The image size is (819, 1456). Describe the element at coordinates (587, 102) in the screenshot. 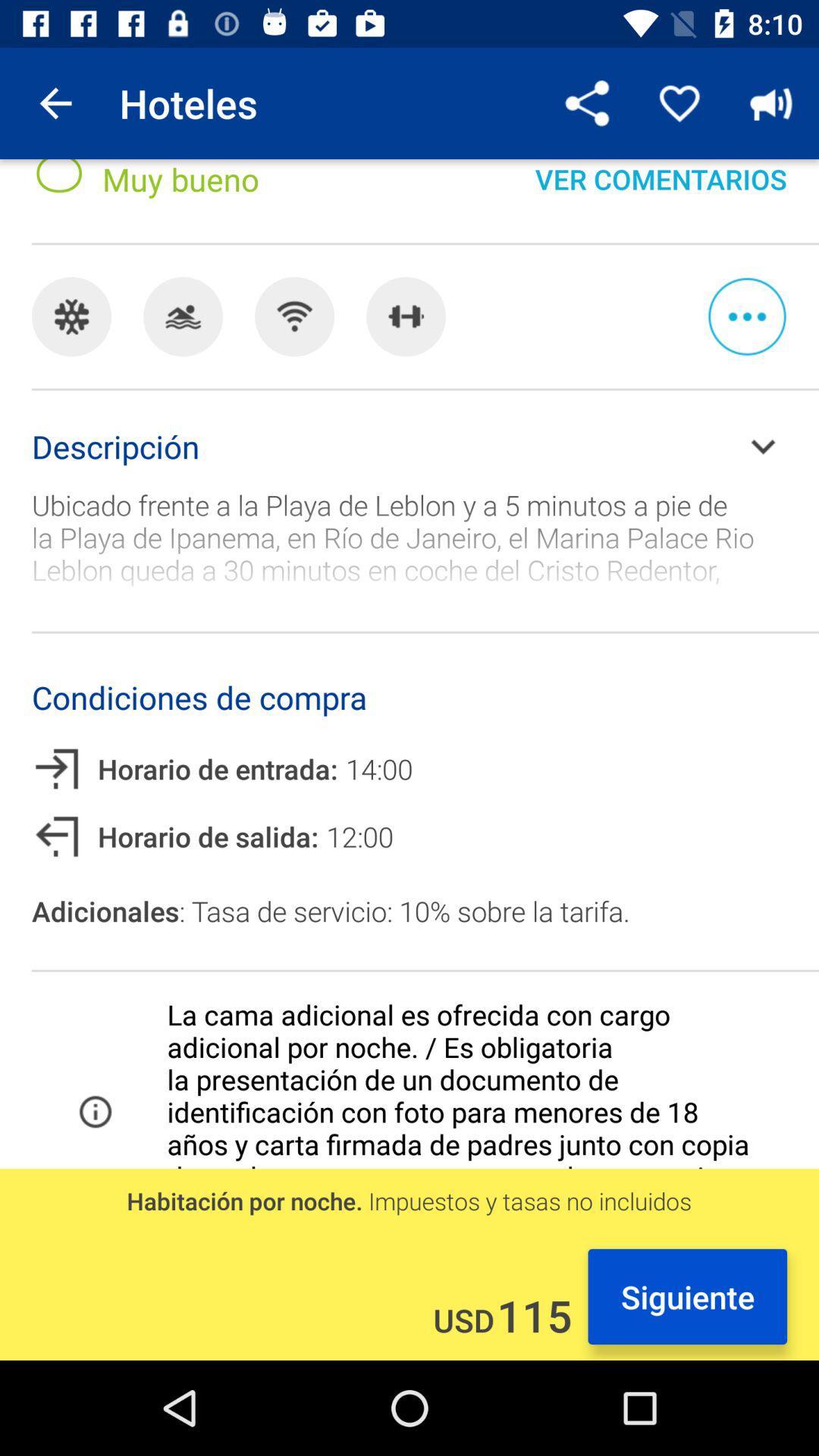

I see `item next to the muy bueno item` at that location.